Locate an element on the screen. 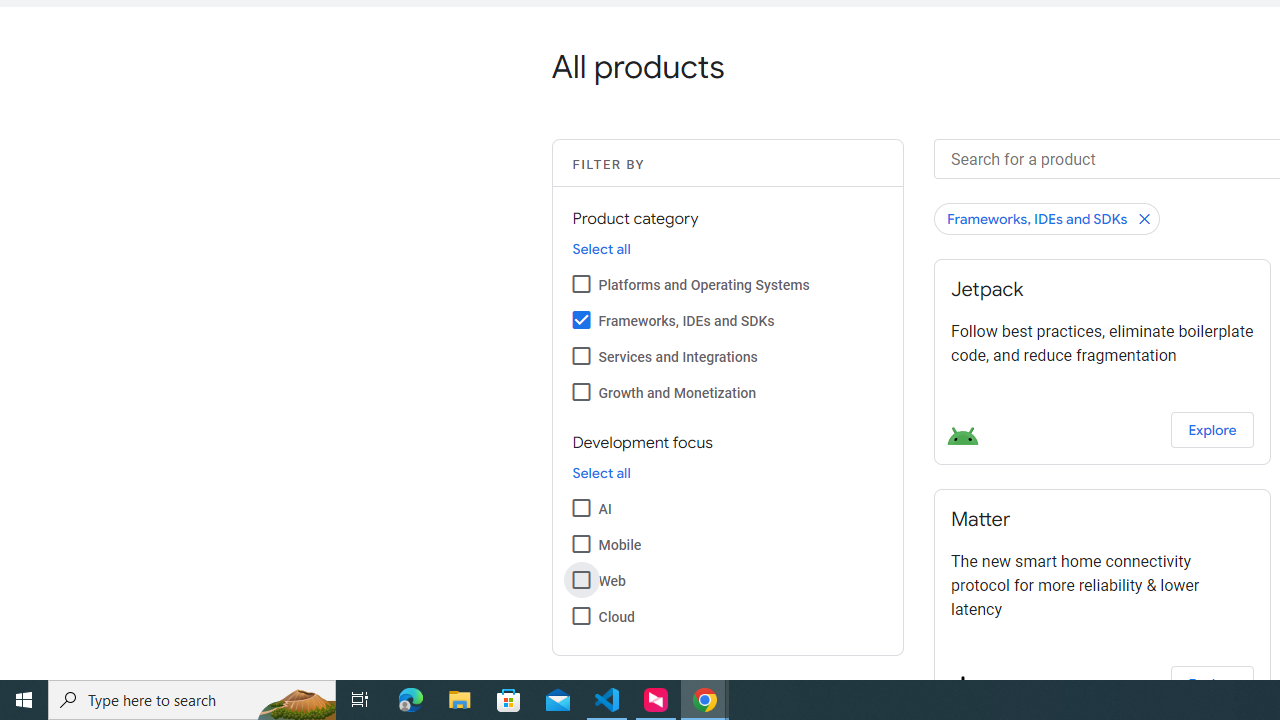  'Platforms and Operating Systems' is located at coordinates (580, 283).